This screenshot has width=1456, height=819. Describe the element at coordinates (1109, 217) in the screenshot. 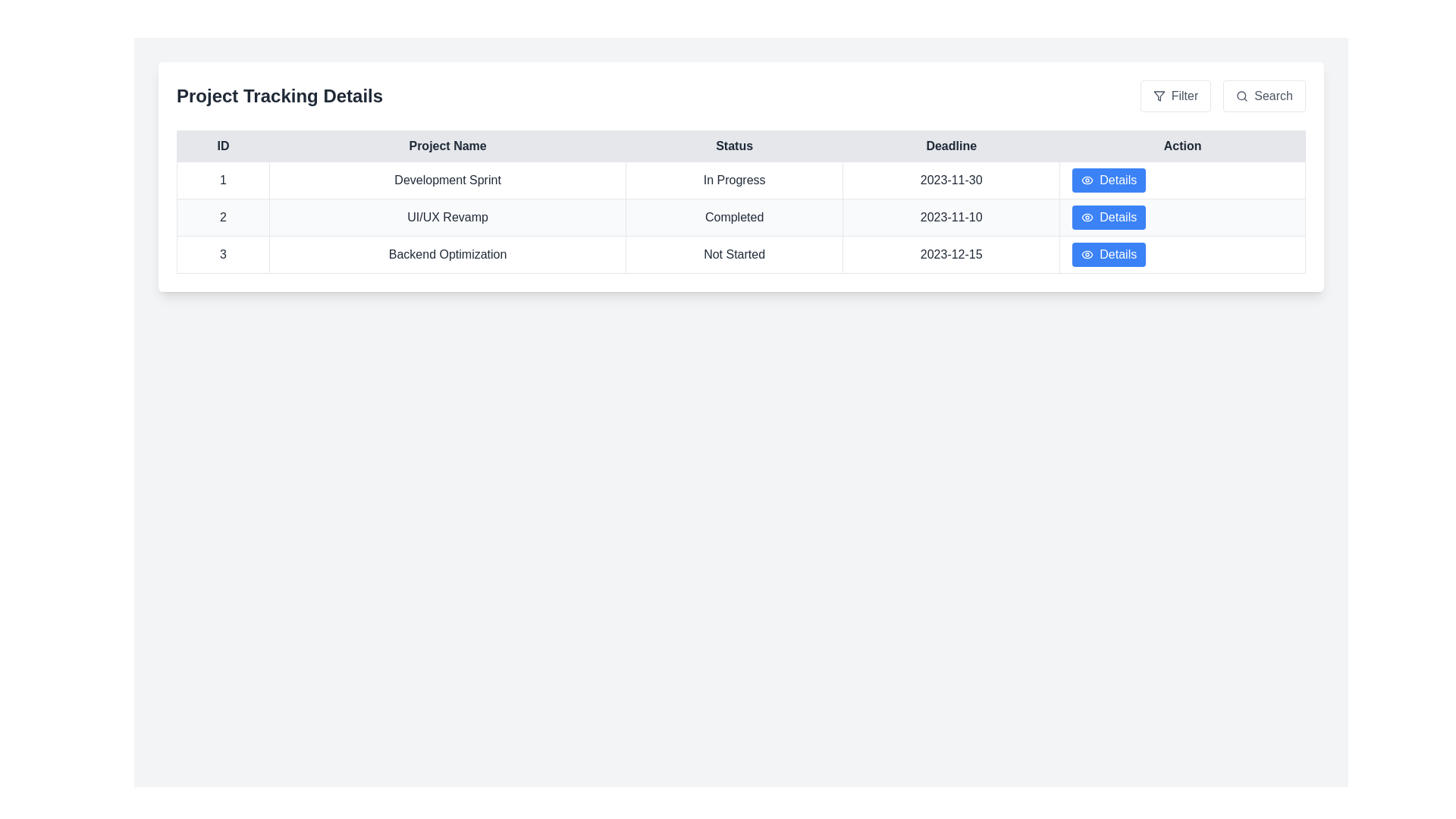

I see `the blue button with rounded corners labeled 'Details' located in the 'Action' column of the second row adjacent to the 'UI/UX Revamp' project name` at that location.